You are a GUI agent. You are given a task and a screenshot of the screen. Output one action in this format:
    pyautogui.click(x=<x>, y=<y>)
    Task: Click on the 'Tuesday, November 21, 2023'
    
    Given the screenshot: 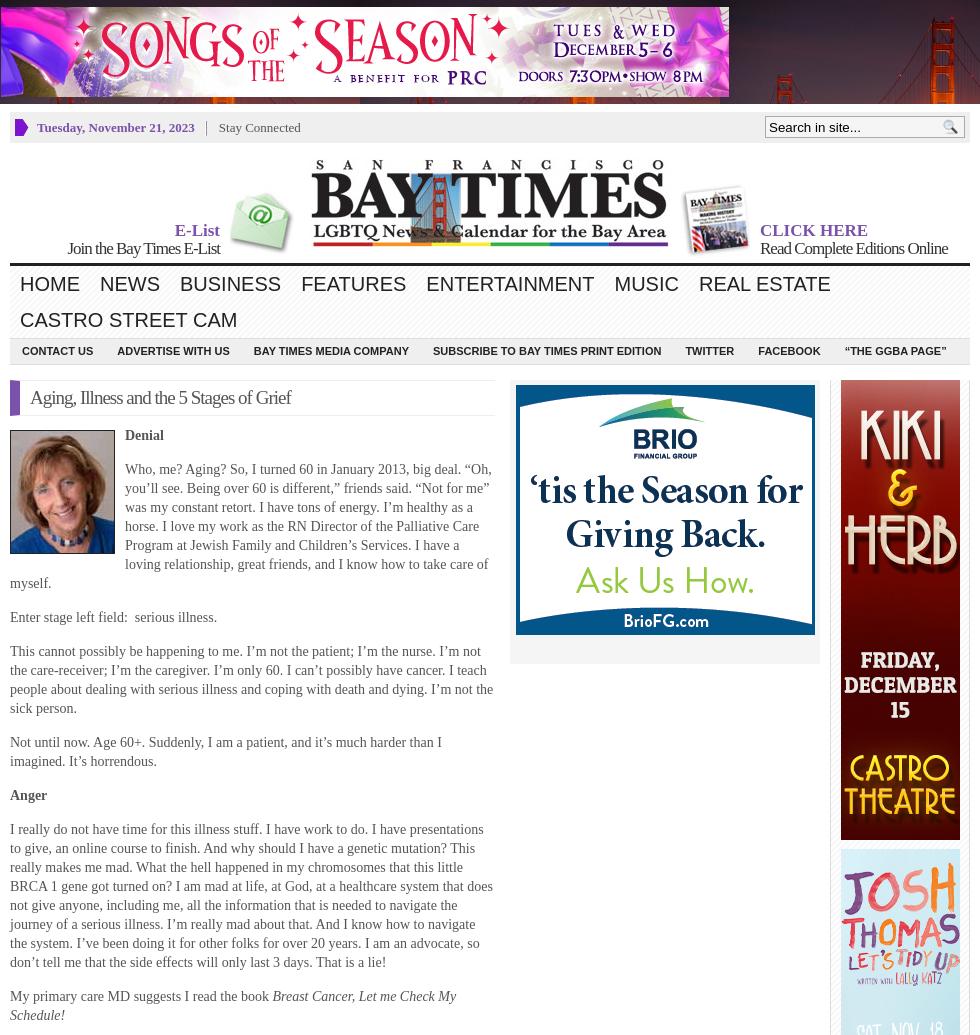 What is the action you would take?
    pyautogui.click(x=115, y=127)
    